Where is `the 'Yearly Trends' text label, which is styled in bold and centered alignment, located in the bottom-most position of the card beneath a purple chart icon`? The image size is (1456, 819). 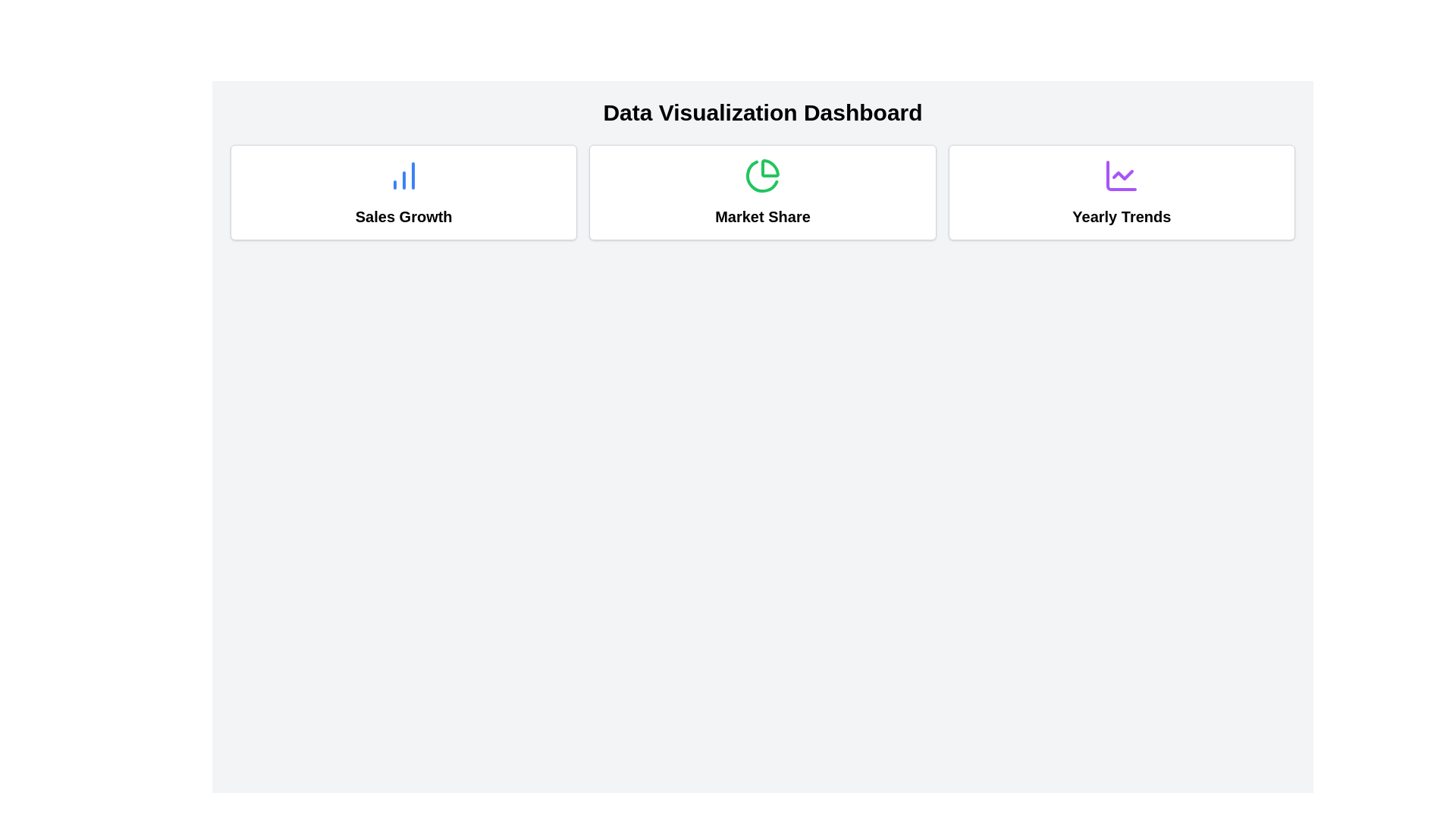 the 'Yearly Trends' text label, which is styled in bold and centered alignment, located in the bottom-most position of the card beneath a purple chart icon is located at coordinates (1122, 216).